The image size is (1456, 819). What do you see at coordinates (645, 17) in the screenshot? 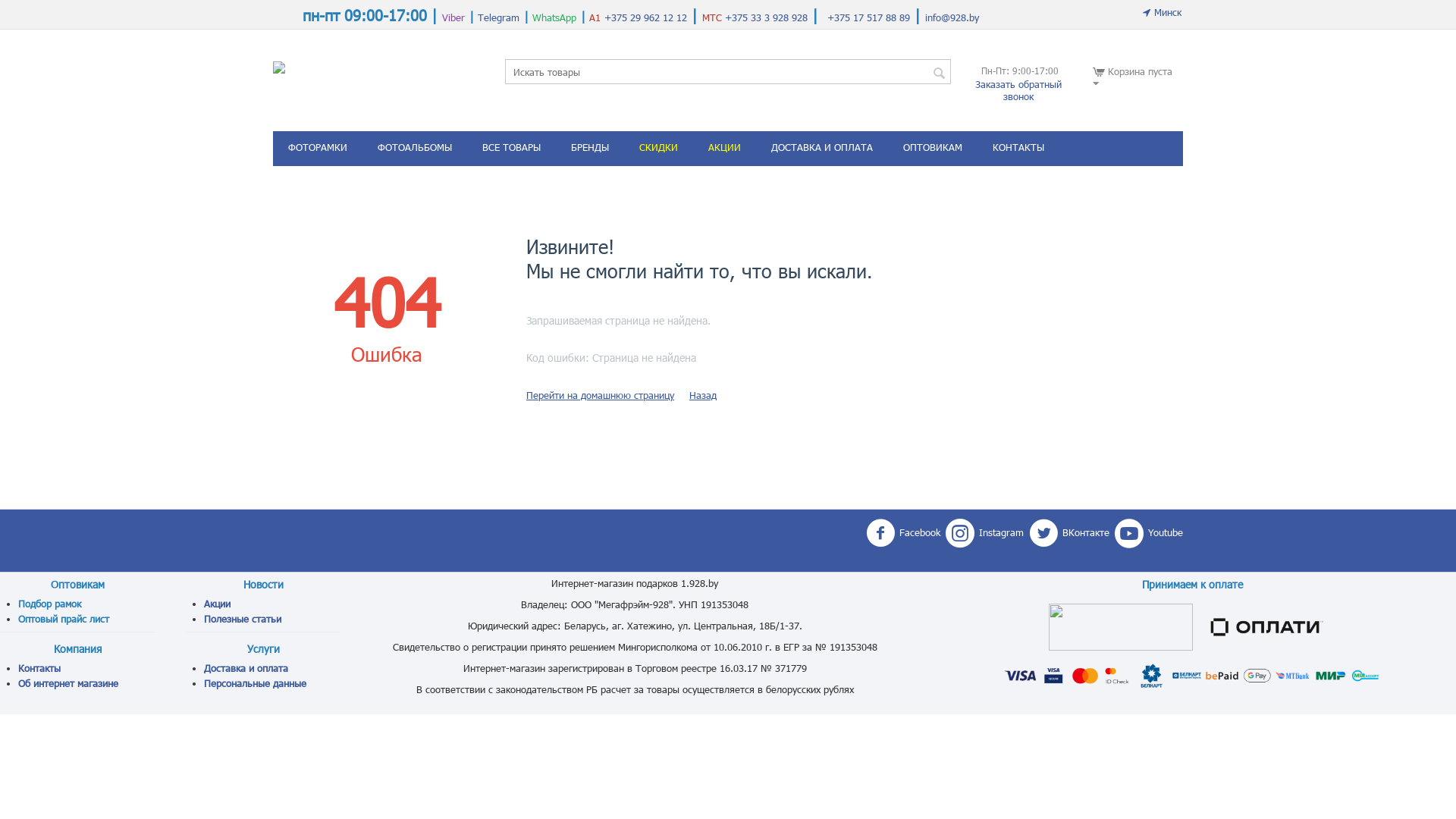
I see `'+375 29 962 12 12'` at bounding box center [645, 17].